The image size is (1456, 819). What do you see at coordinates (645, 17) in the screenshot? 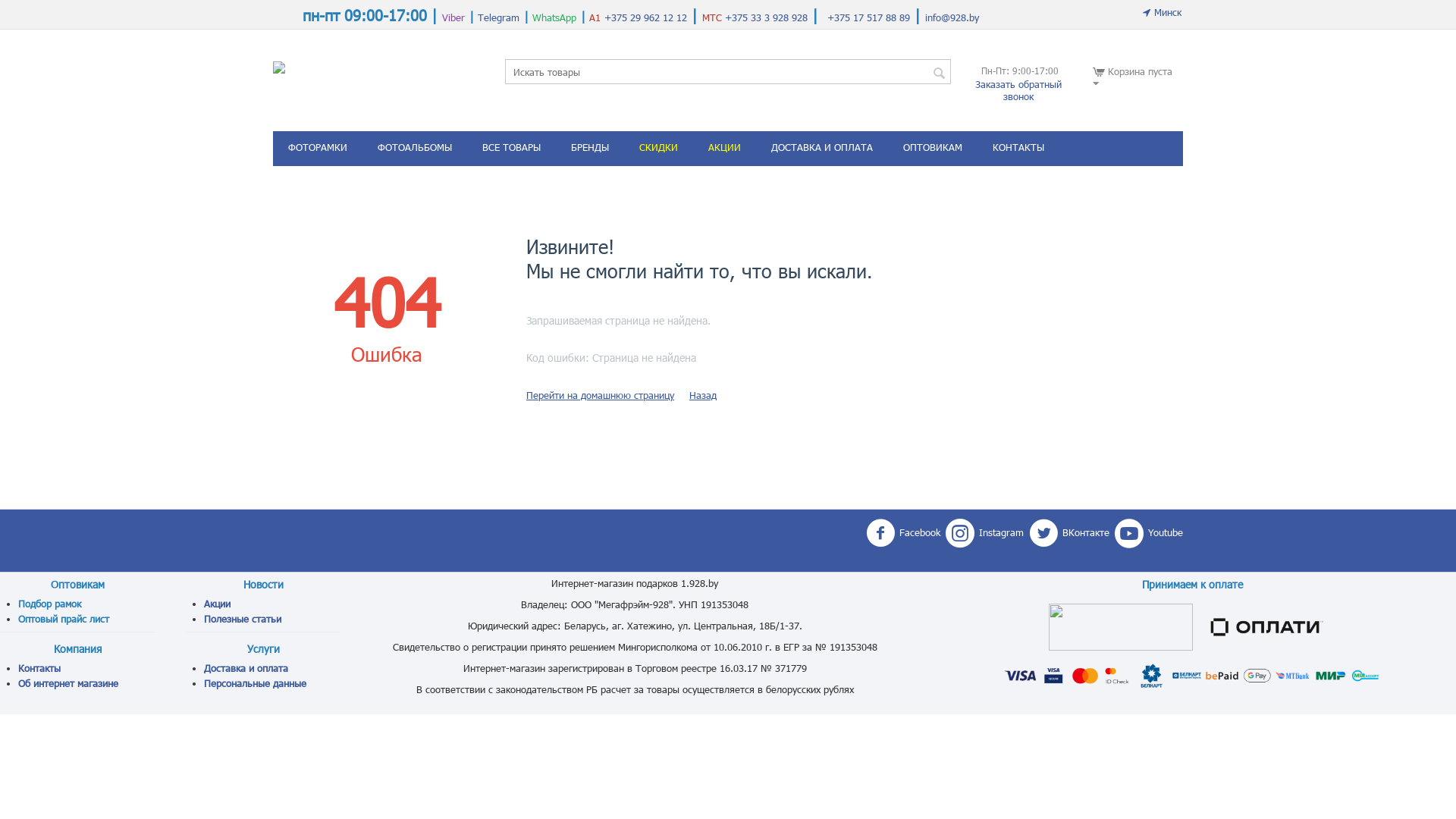
I see `'+375 29 962 12 12'` at bounding box center [645, 17].